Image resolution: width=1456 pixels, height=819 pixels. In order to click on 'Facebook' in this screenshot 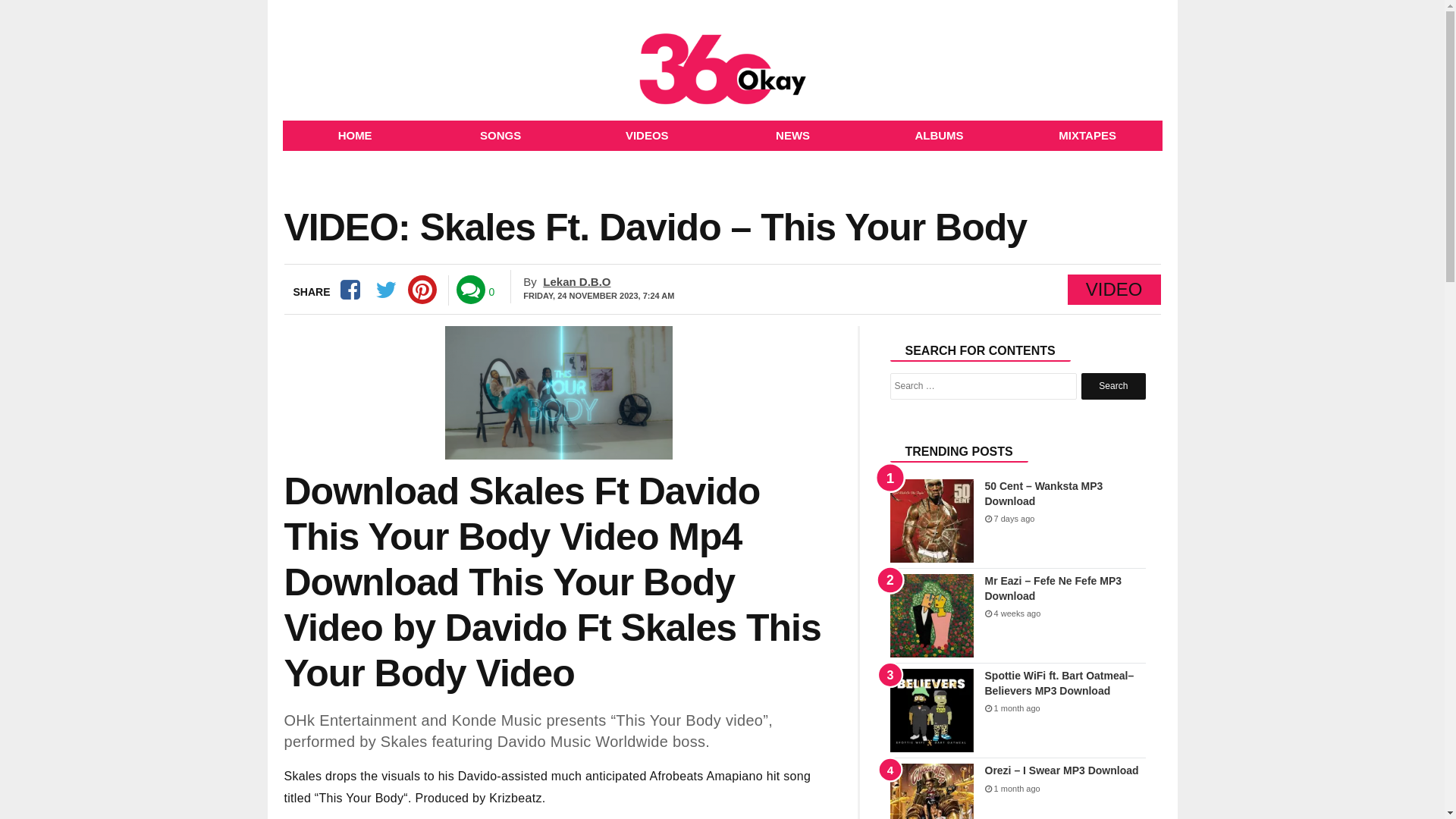, I will do `click(334, 289)`.